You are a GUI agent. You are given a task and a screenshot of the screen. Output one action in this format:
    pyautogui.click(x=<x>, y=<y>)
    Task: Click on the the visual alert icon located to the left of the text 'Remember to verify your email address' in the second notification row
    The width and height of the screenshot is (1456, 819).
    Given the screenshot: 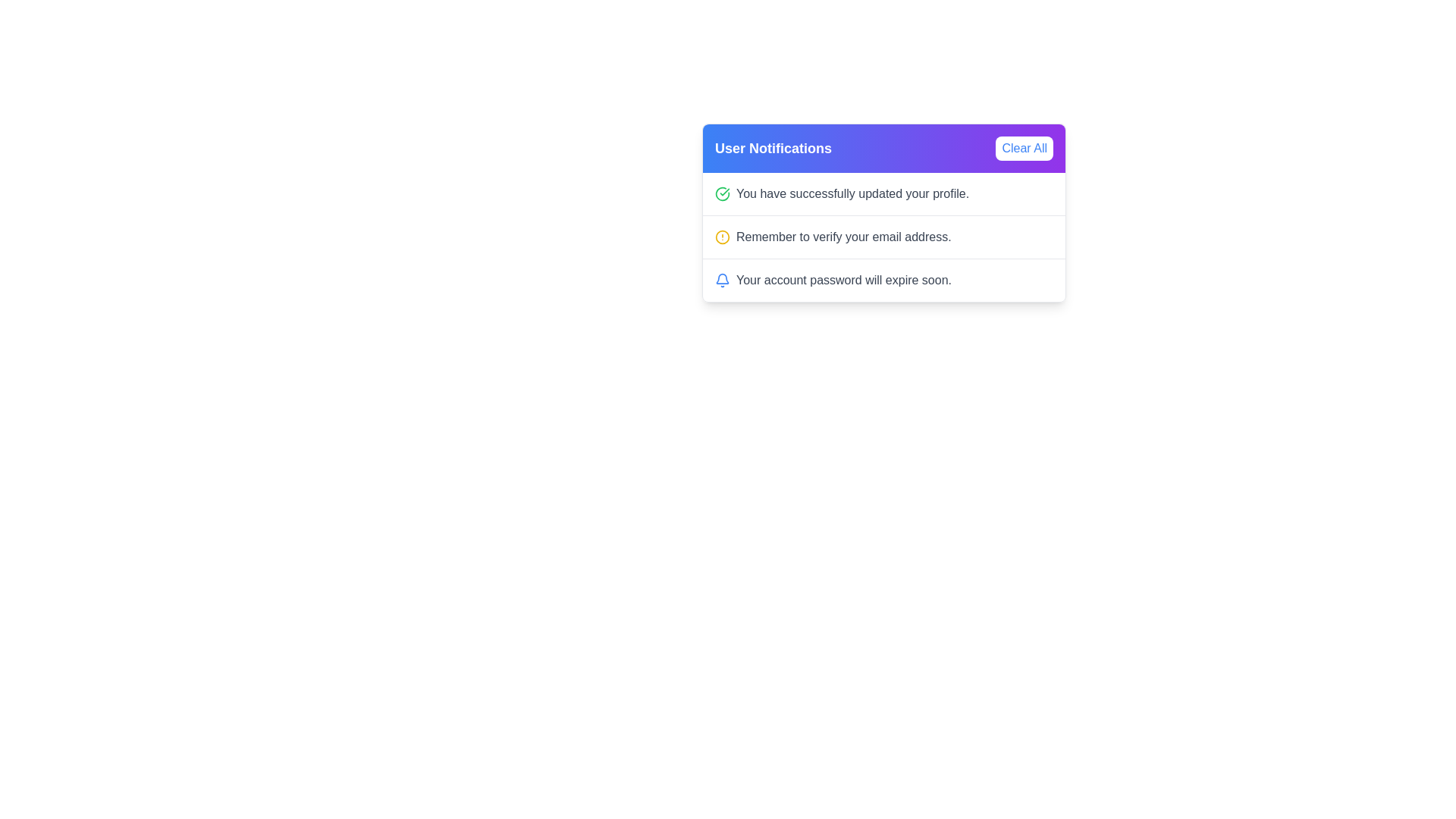 What is the action you would take?
    pyautogui.click(x=722, y=237)
    